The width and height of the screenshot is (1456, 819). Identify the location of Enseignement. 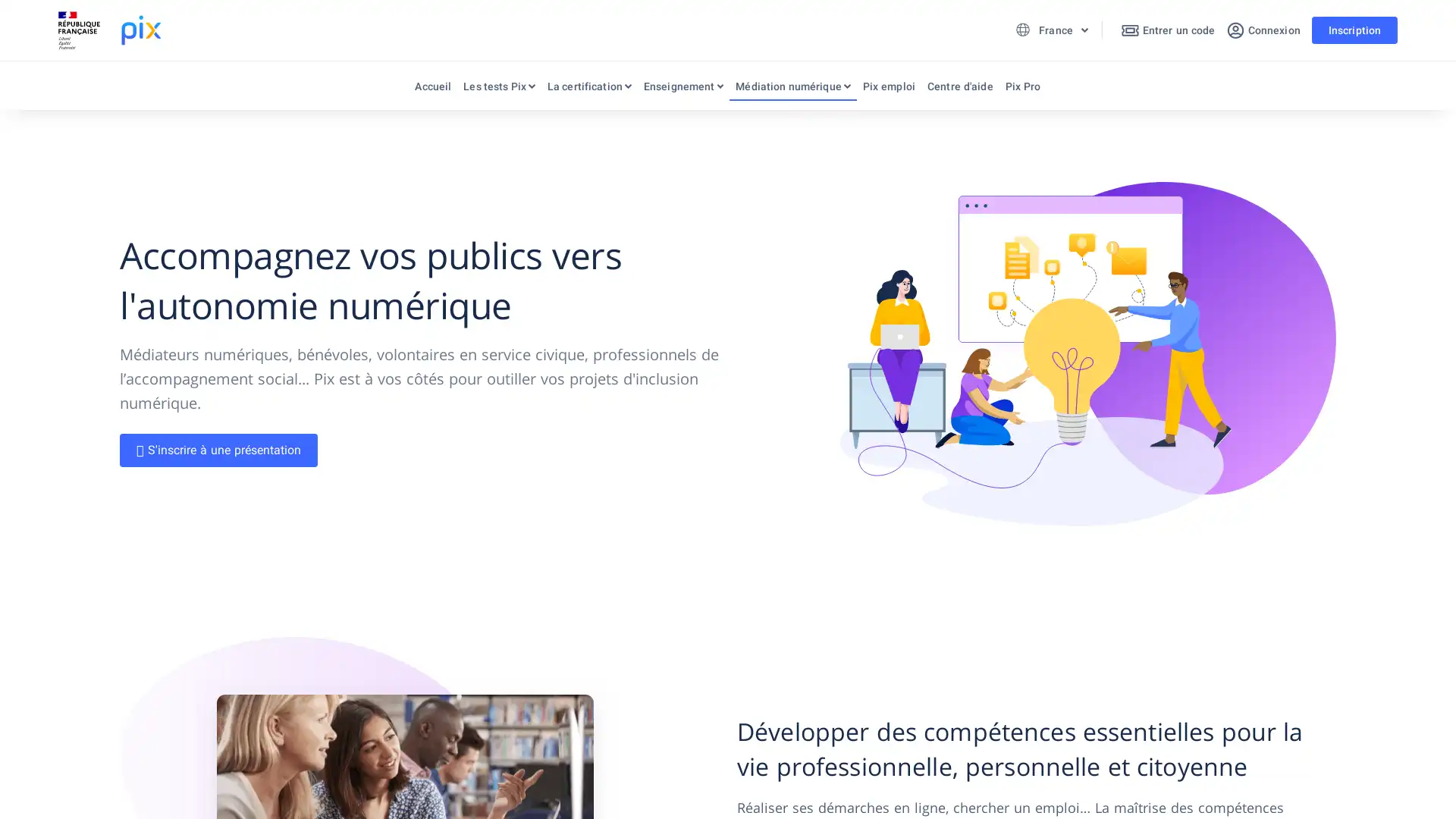
(682, 89).